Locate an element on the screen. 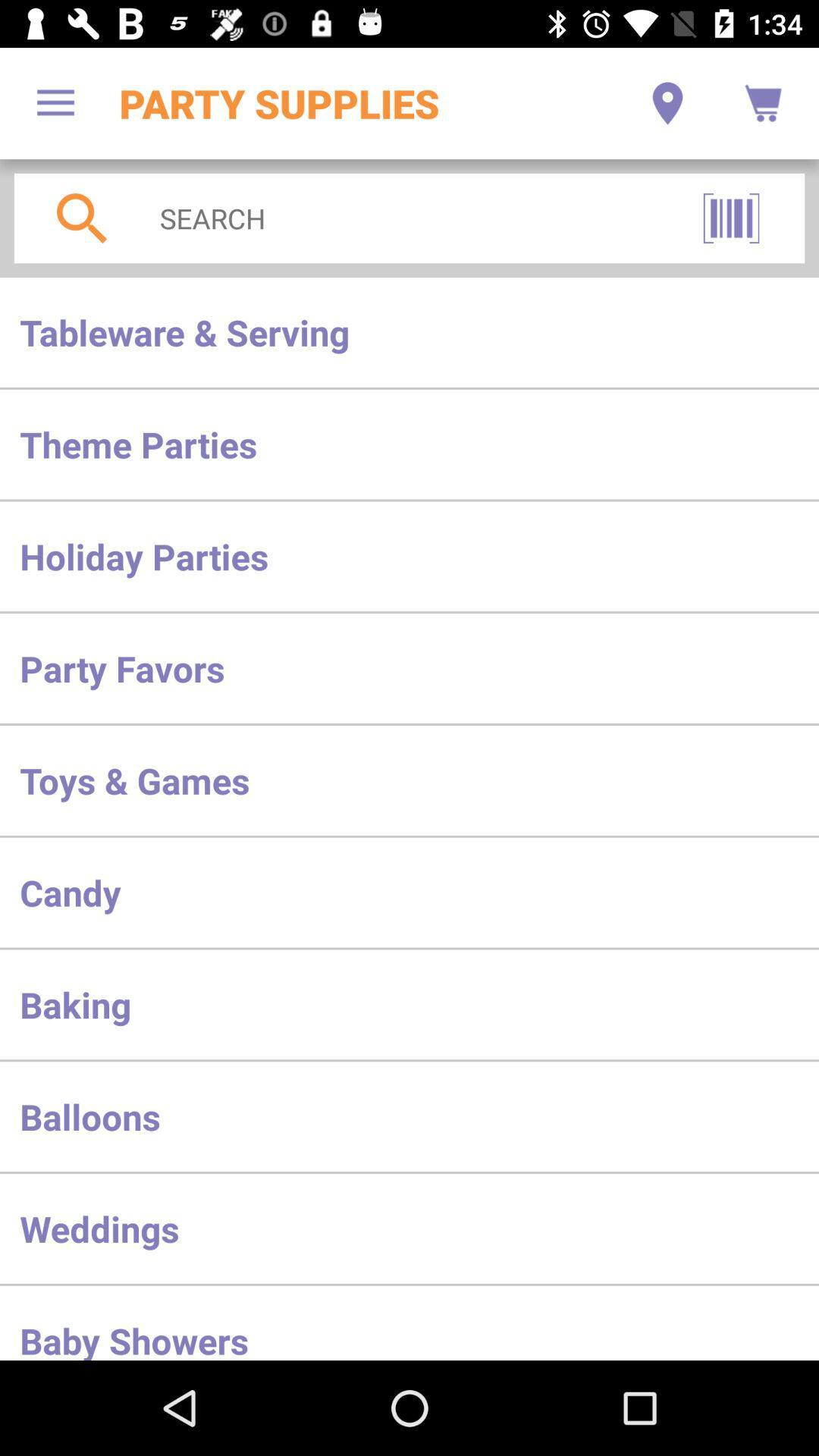 This screenshot has height=1456, width=819. icon above toys & games icon is located at coordinates (409, 667).